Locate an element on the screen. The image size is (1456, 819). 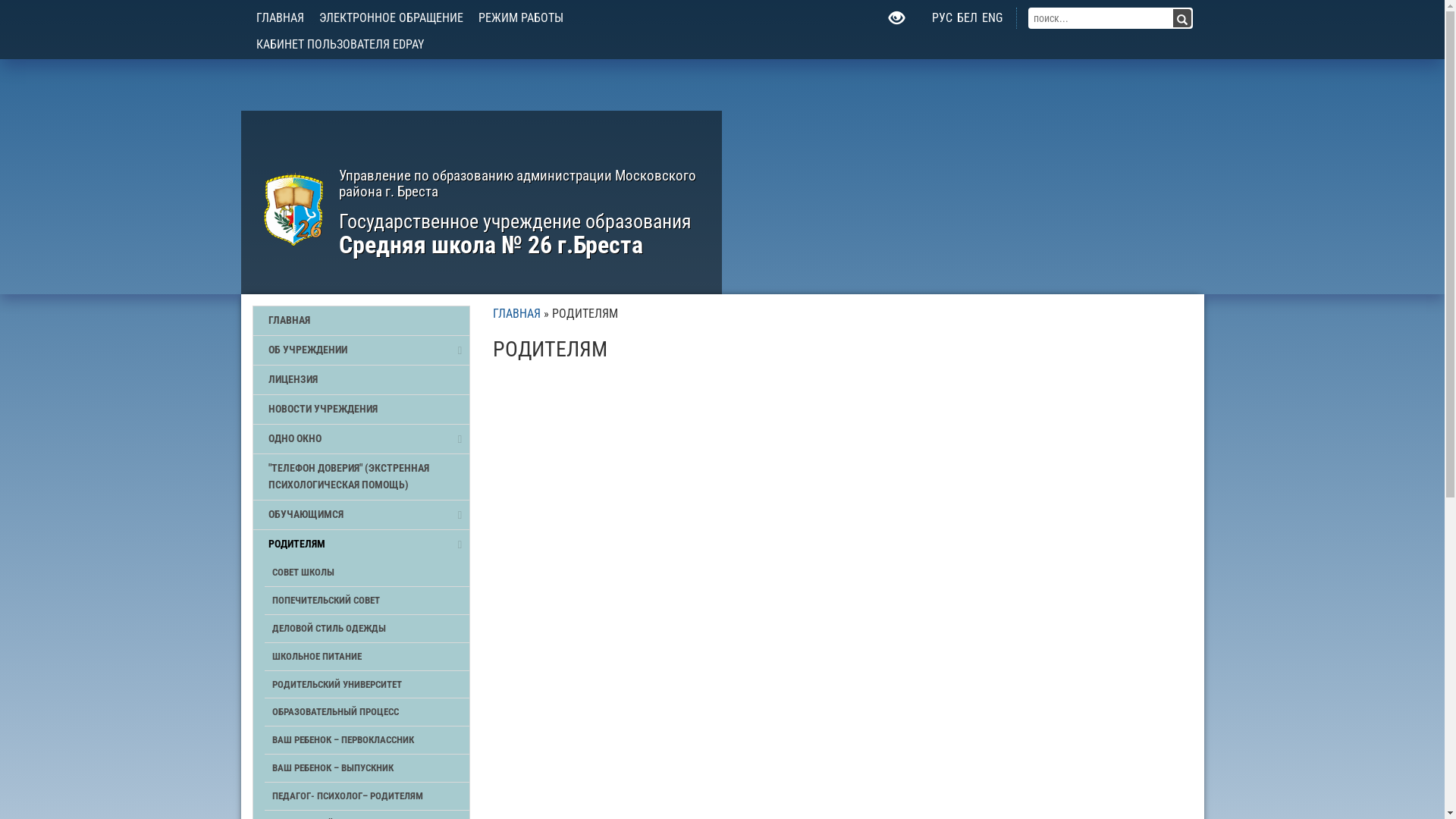
'ENG' is located at coordinates (992, 17).